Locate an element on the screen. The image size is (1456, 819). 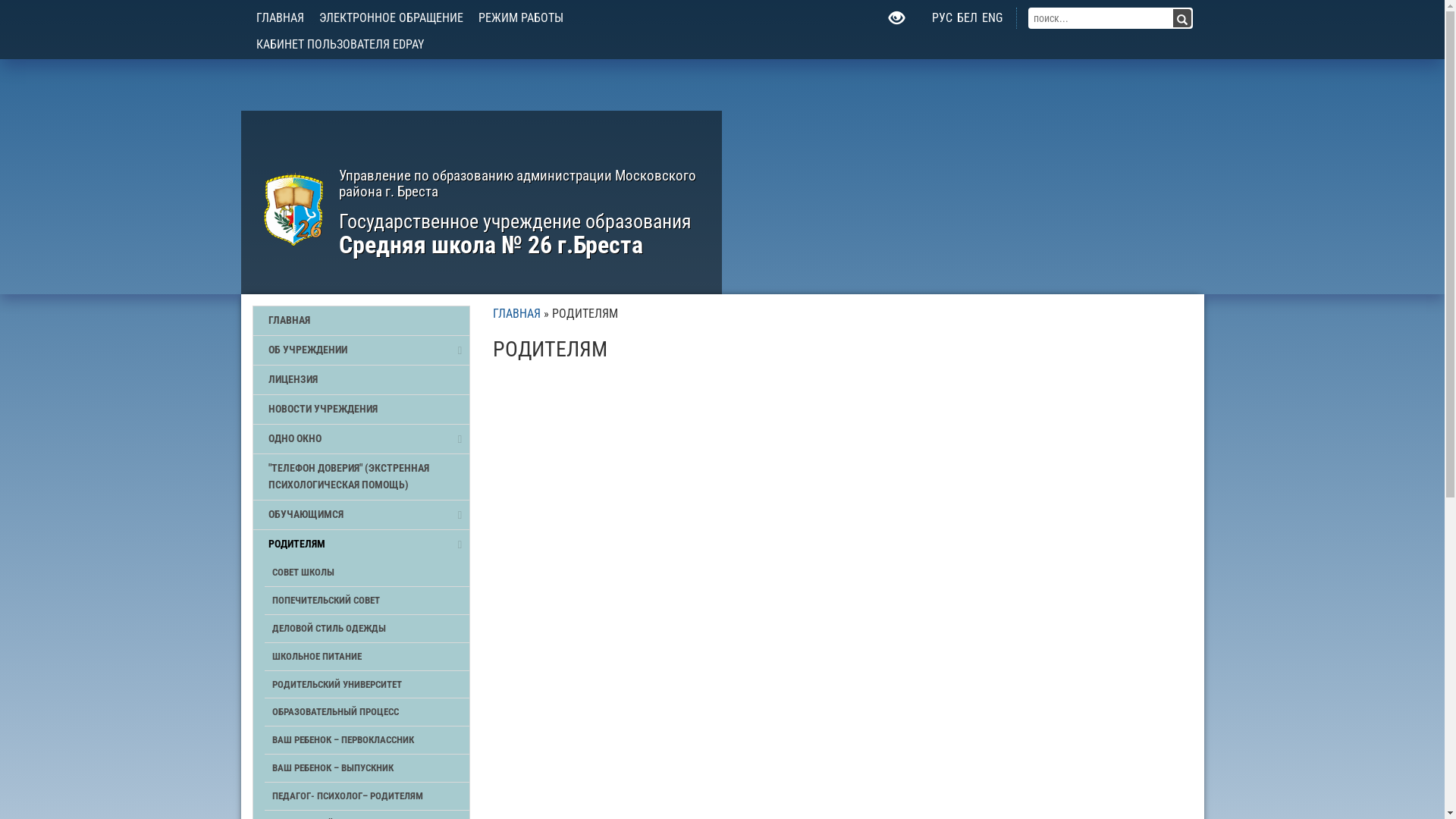
'ENG' is located at coordinates (992, 17).